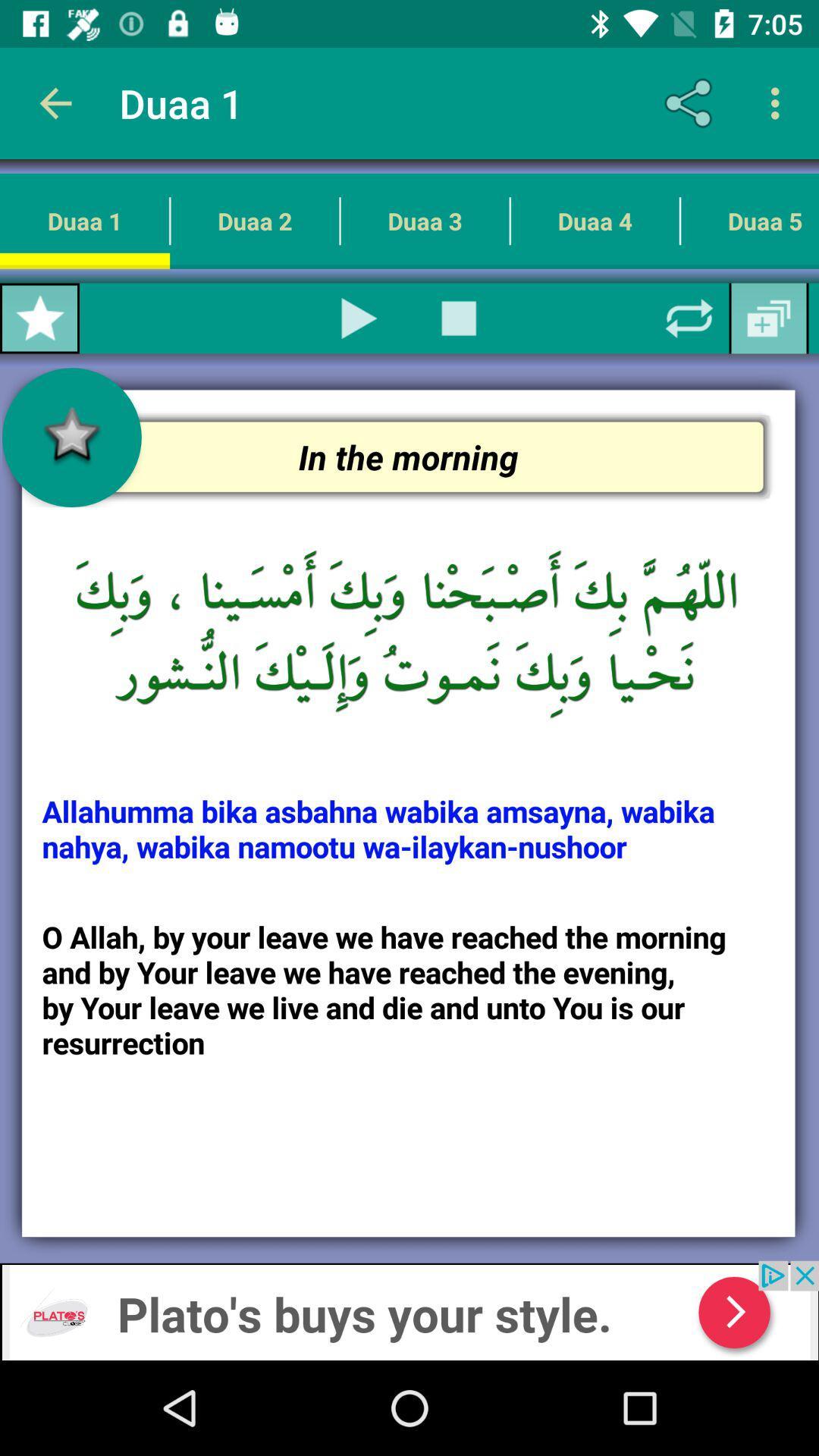 The height and width of the screenshot is (1456, 819). I want to click on the star icon, so click(39, 318).